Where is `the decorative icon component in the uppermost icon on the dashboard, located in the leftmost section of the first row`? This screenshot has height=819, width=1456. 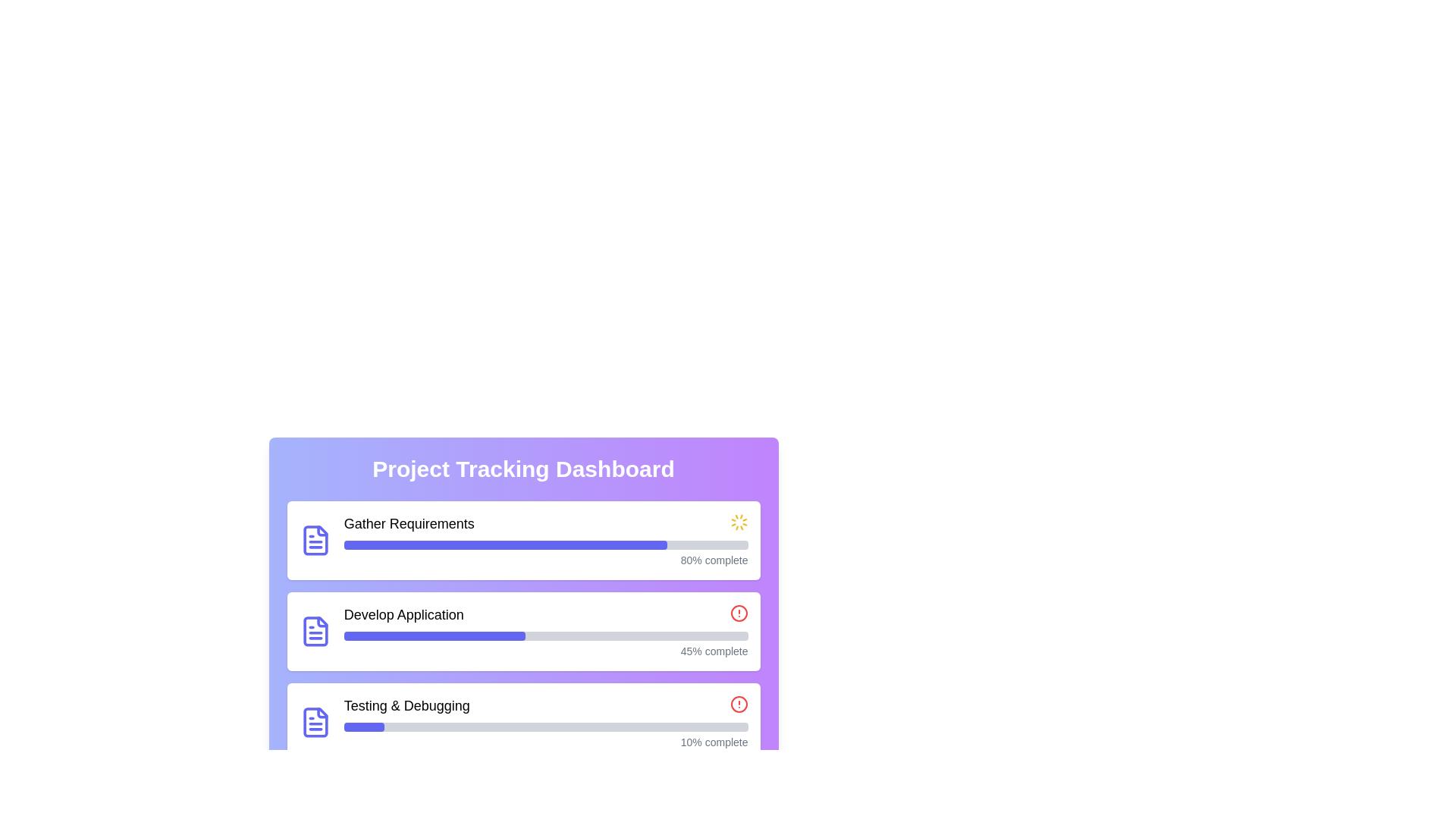
the decorative icon component in the uppermost icon on the dashboard, located in the leftmost section of the first row is located at coordinates (315, 540).